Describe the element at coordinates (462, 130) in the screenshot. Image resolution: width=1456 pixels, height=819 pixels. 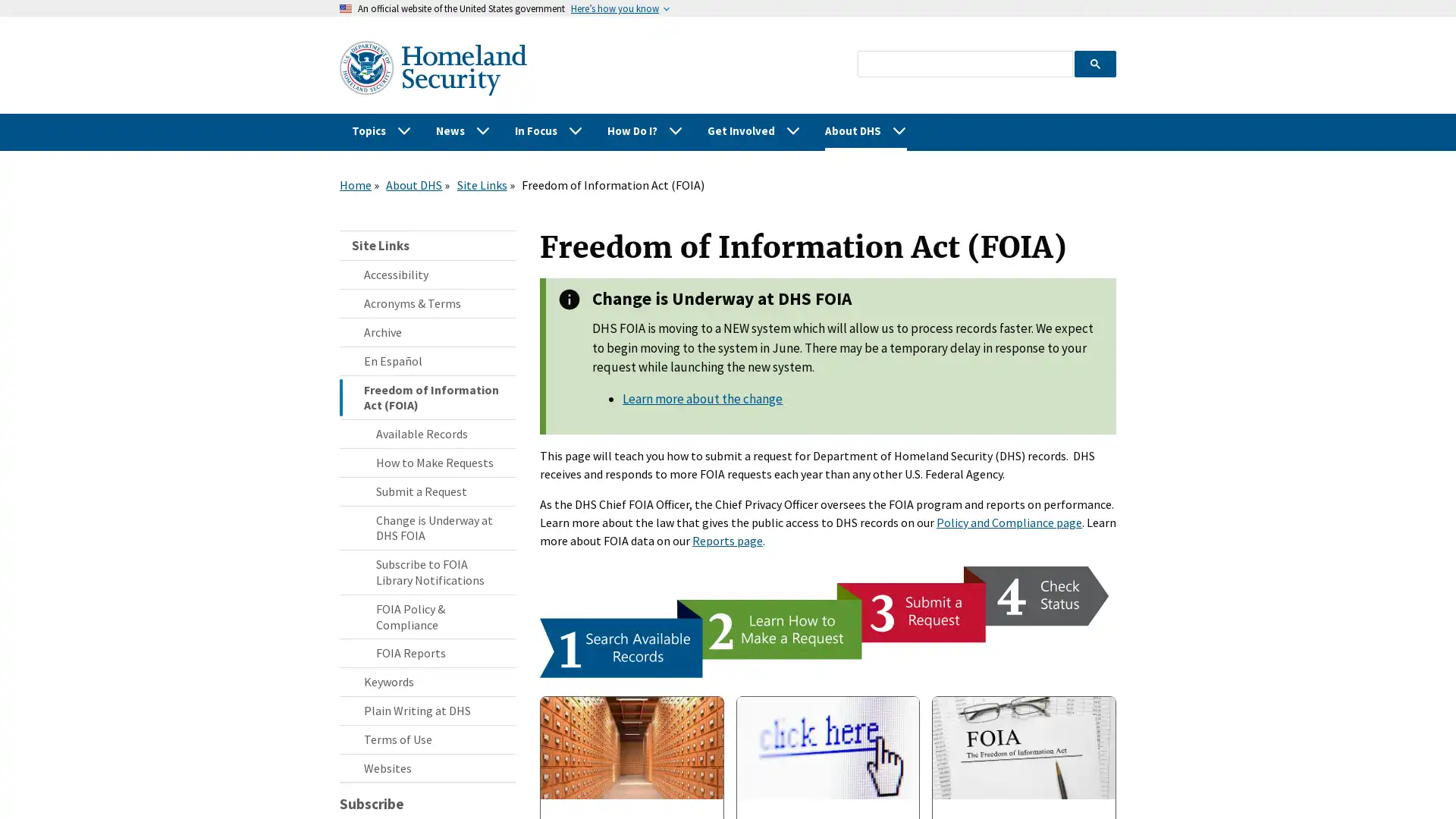
I see `News` at that location.